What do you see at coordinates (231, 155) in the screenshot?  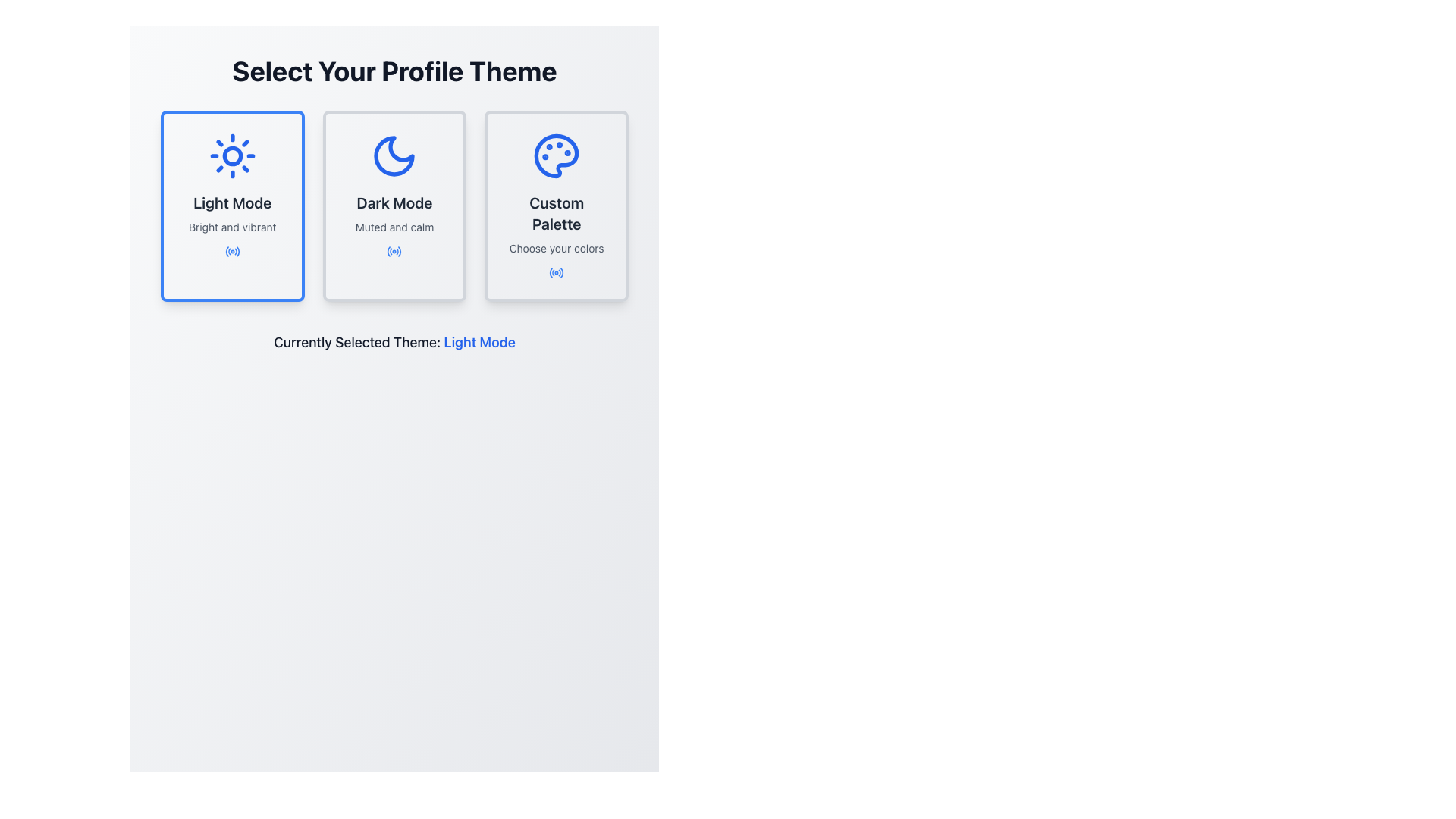 I see `the inner circle of the sun-like icon representing 'Light Mode' on the profile theme selection page` at bounding box center [231, 155].